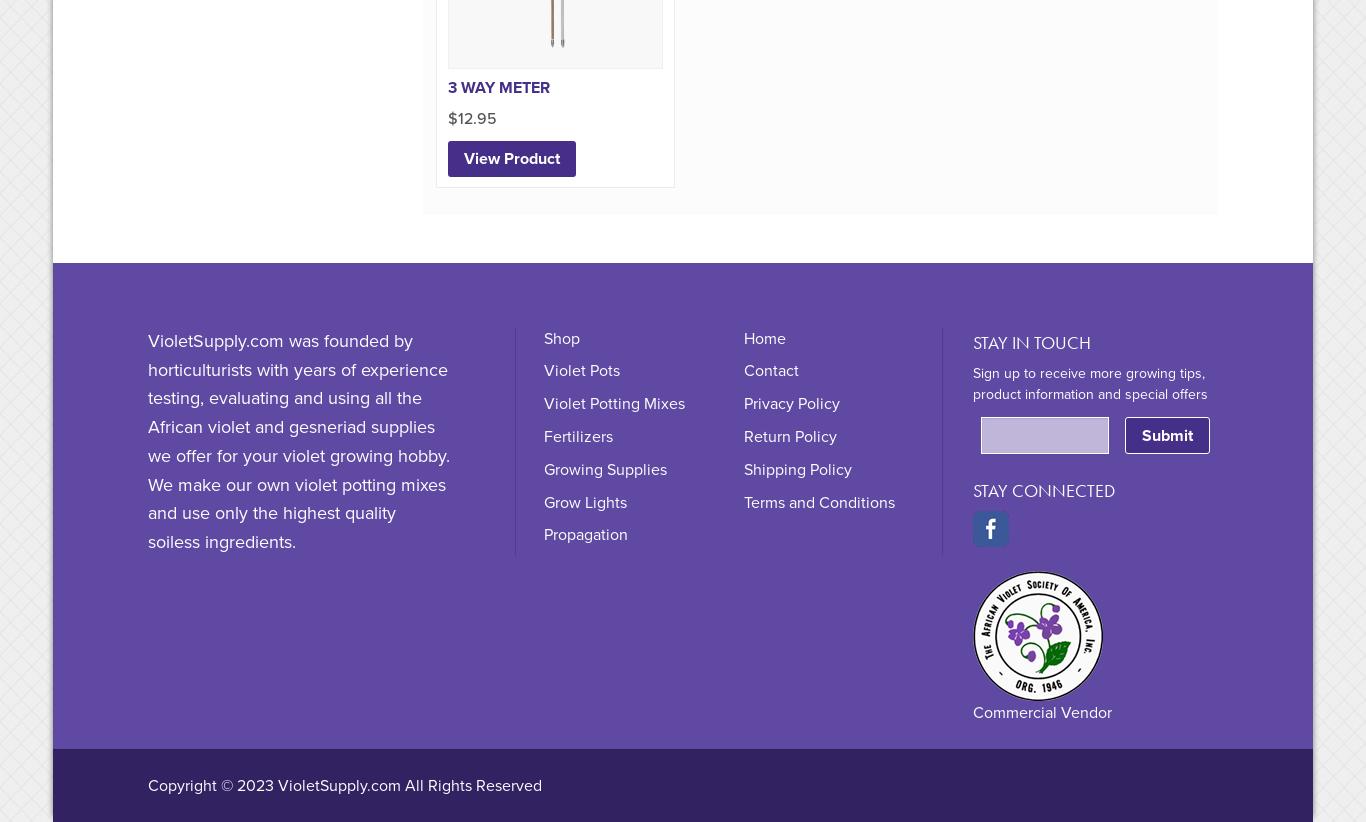  Describe the element at coordinates (742, 404) in the screenshot. I see `'Privacy Policy'` at that location.